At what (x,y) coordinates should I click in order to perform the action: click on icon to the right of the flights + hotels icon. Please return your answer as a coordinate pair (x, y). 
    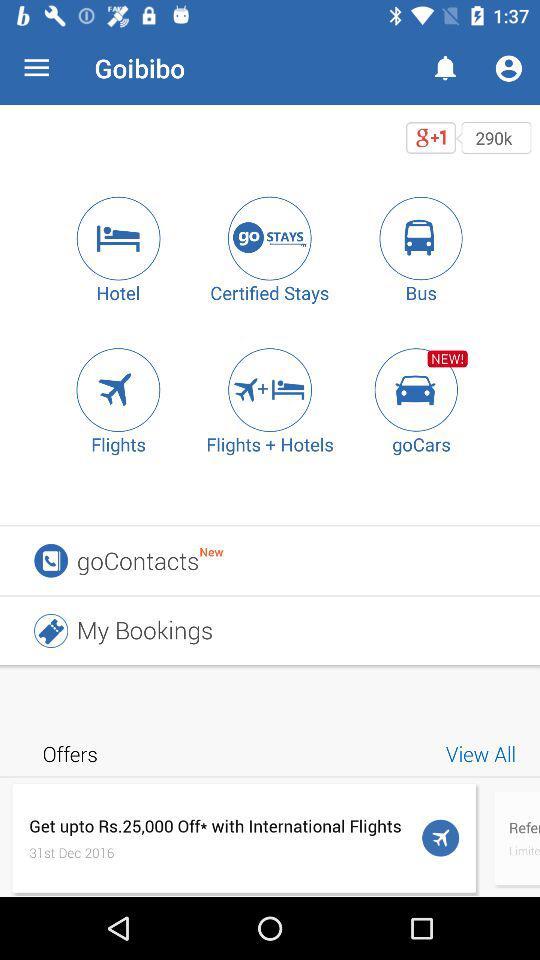
    Looking at the image, I should click on (420, 388).